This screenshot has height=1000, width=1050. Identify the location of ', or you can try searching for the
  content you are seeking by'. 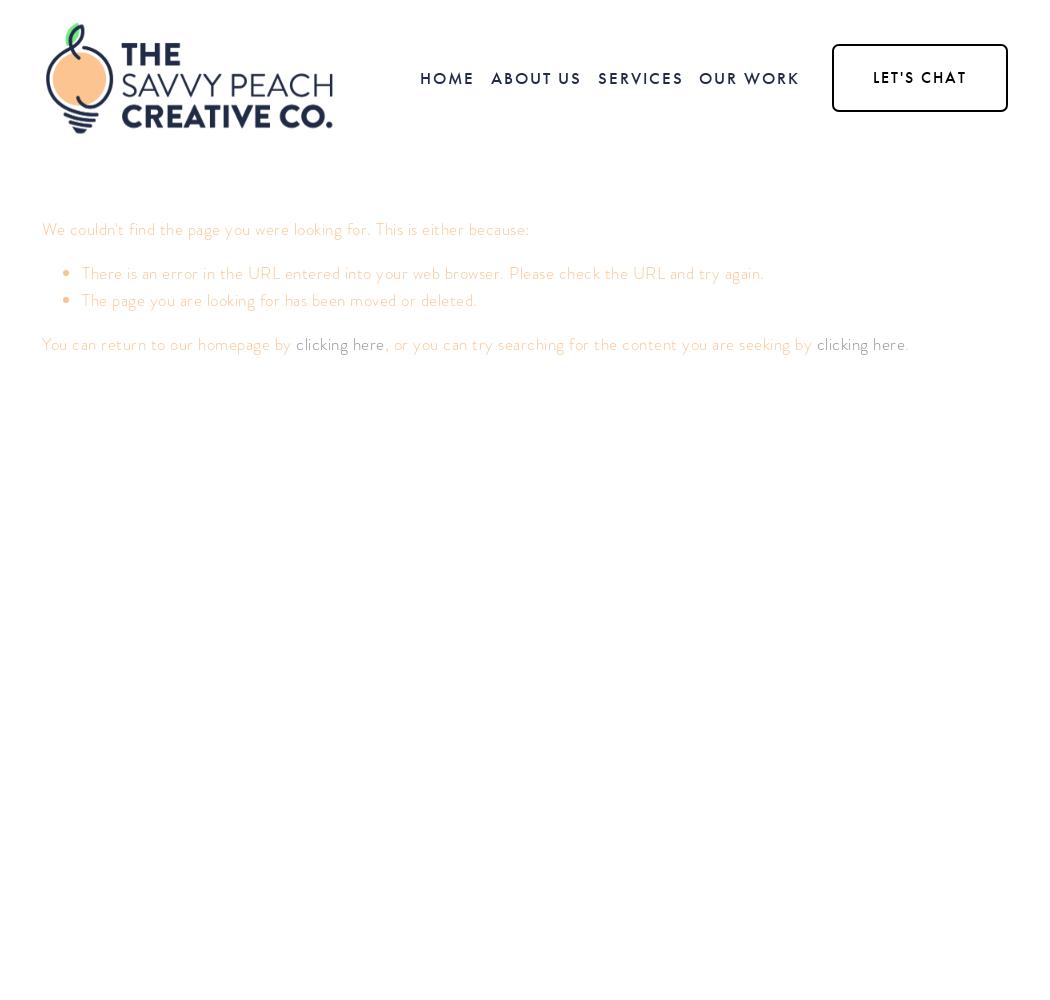
(598, 343).